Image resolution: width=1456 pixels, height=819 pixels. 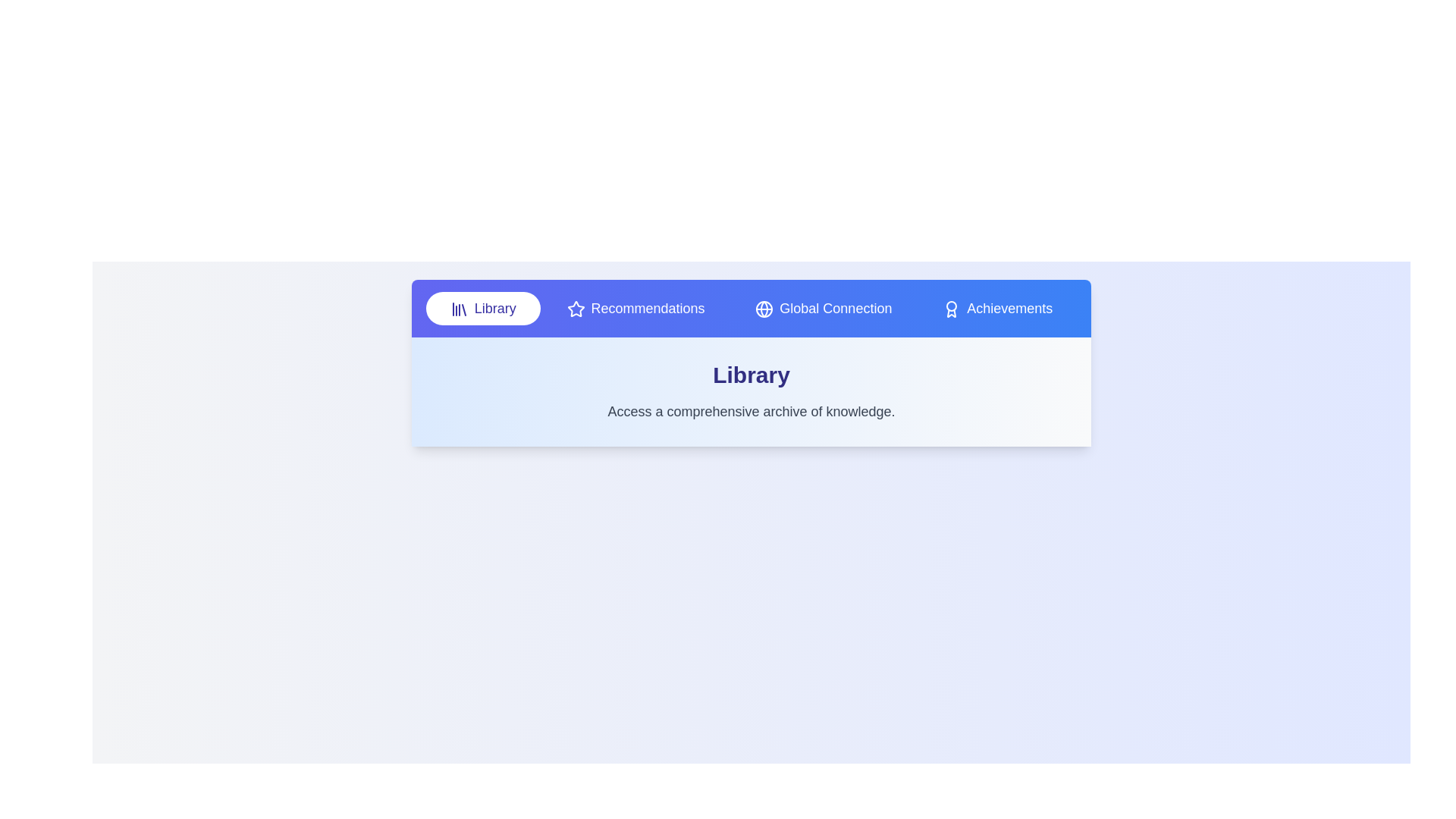 What do you see at coordinates (823, 308) in the screenshot?
I see `the tab labeled Global Connection to switch to the corresponding view` at bounding box center [823, 308].